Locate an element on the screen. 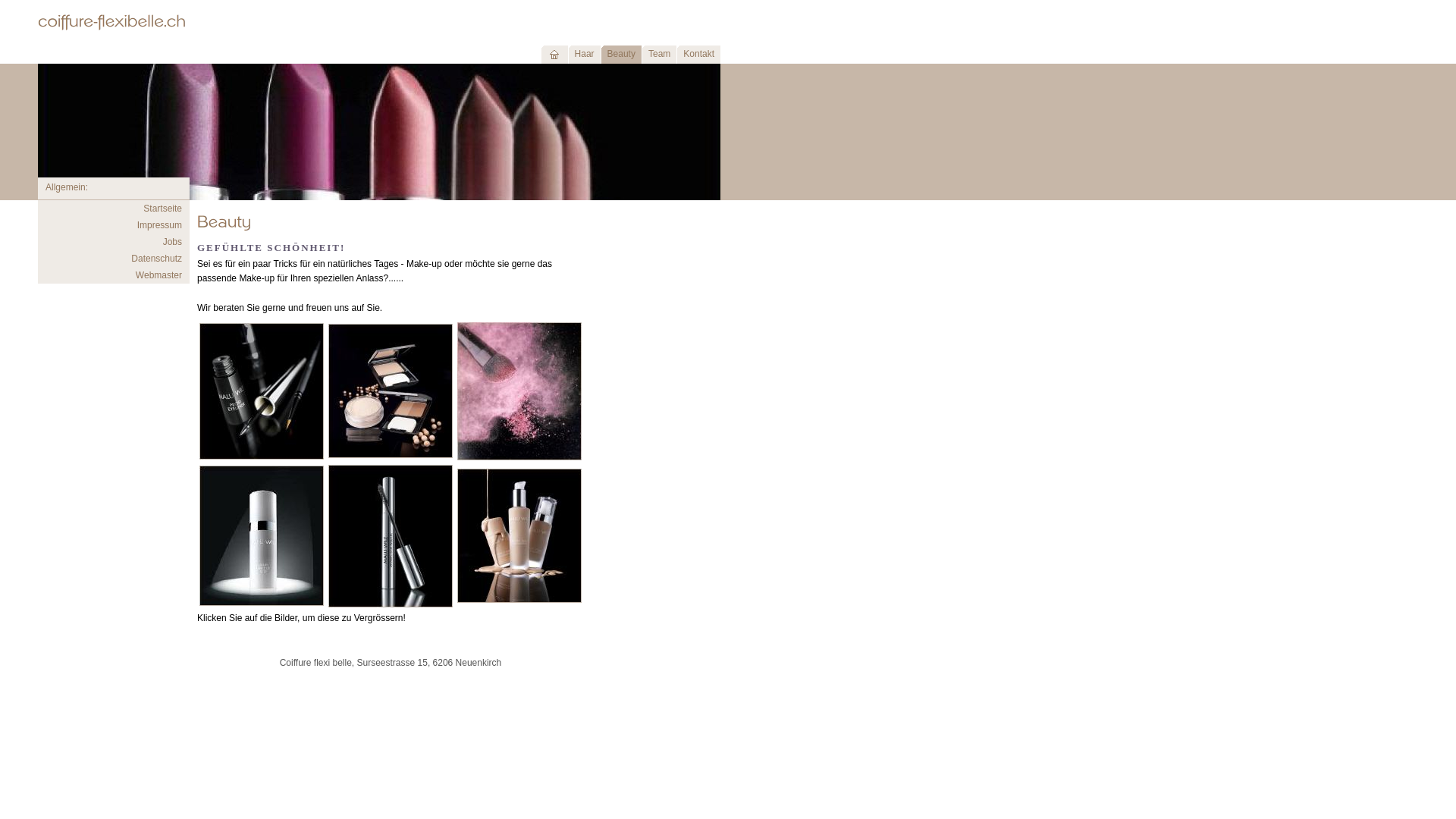 The height and width of the screenshot is (819, 1456). 'Beauty' is located at coordinates (621, 55).